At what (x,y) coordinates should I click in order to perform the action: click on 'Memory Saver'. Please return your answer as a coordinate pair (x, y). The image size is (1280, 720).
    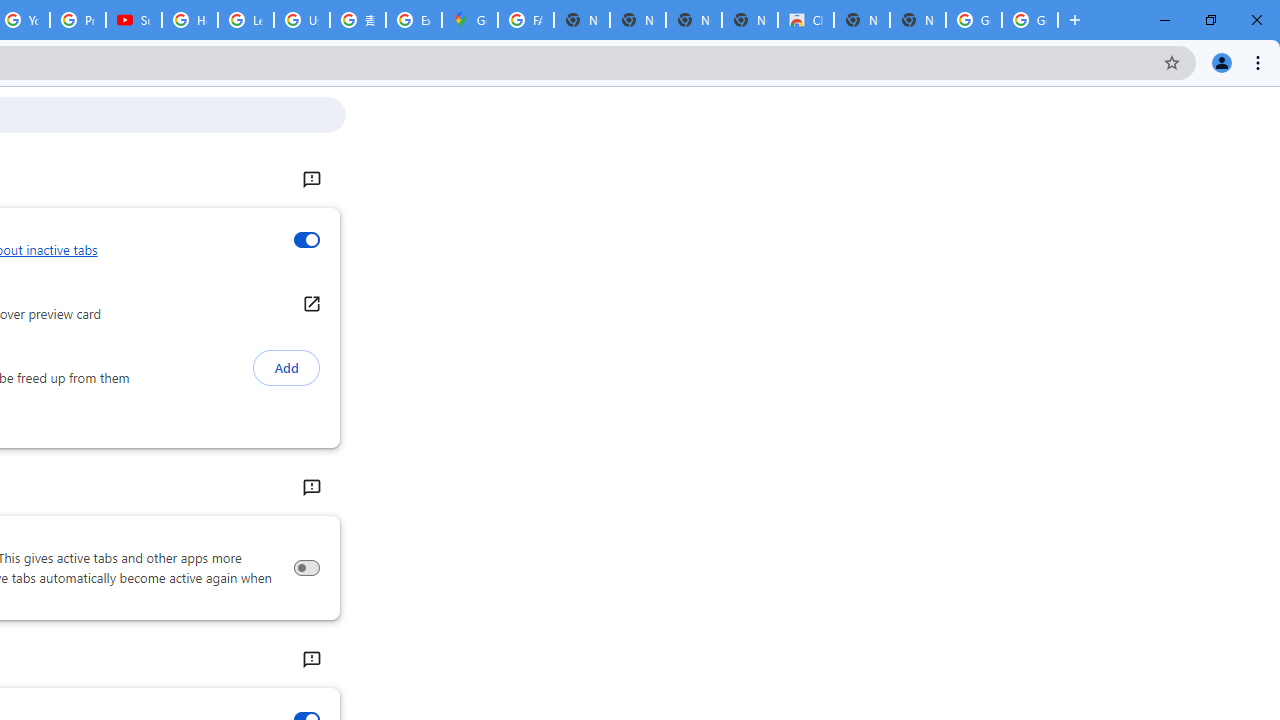
    Looking at the image, I should click on (305, 568).